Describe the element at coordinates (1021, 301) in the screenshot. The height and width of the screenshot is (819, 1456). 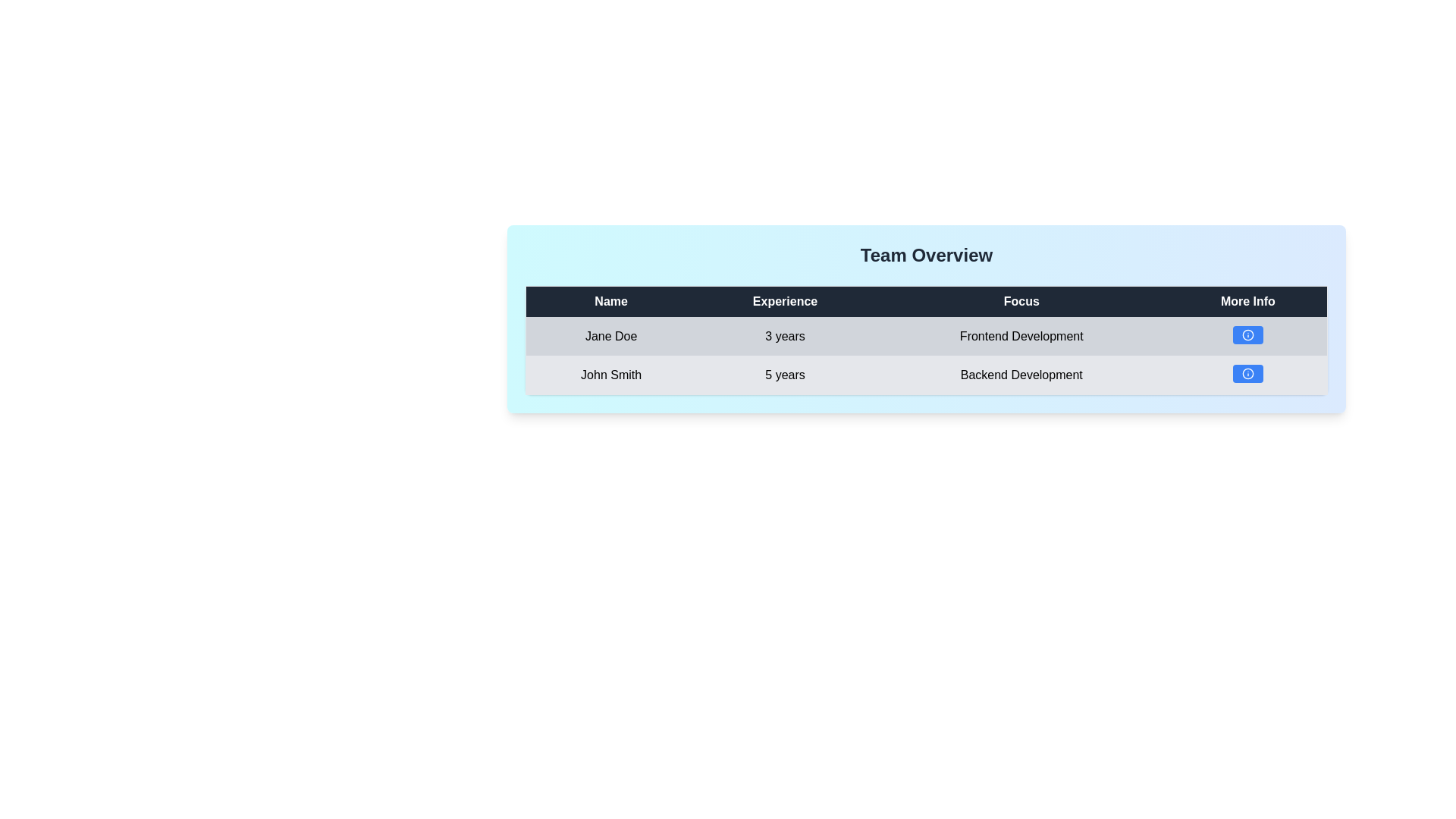
I see `the 'Focus' label, which is the third label in a sequence of four labels in the header row of a table, displaying the text in white on a dark blue background` at that location.